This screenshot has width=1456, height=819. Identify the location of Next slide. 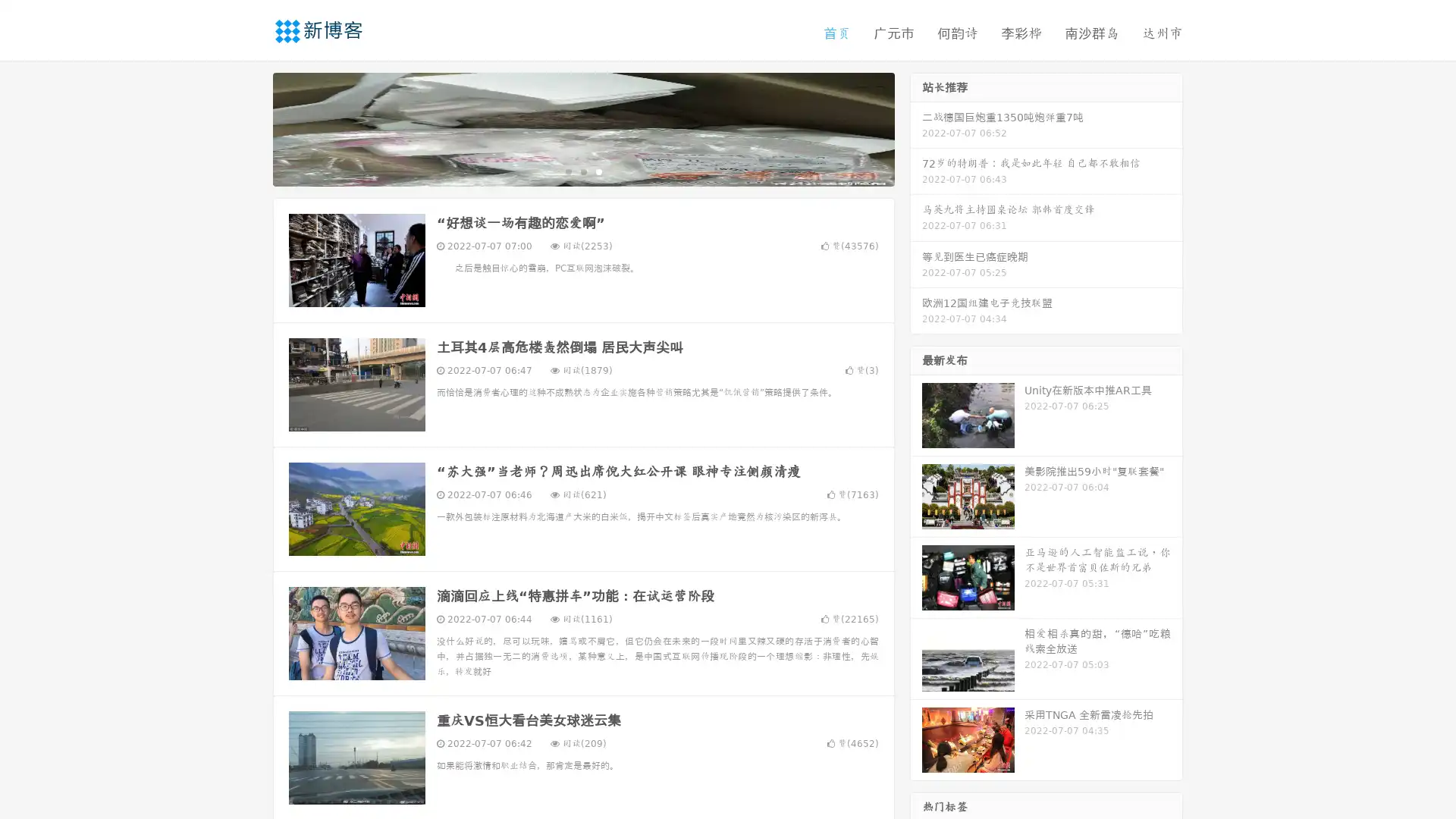
(916, 127).